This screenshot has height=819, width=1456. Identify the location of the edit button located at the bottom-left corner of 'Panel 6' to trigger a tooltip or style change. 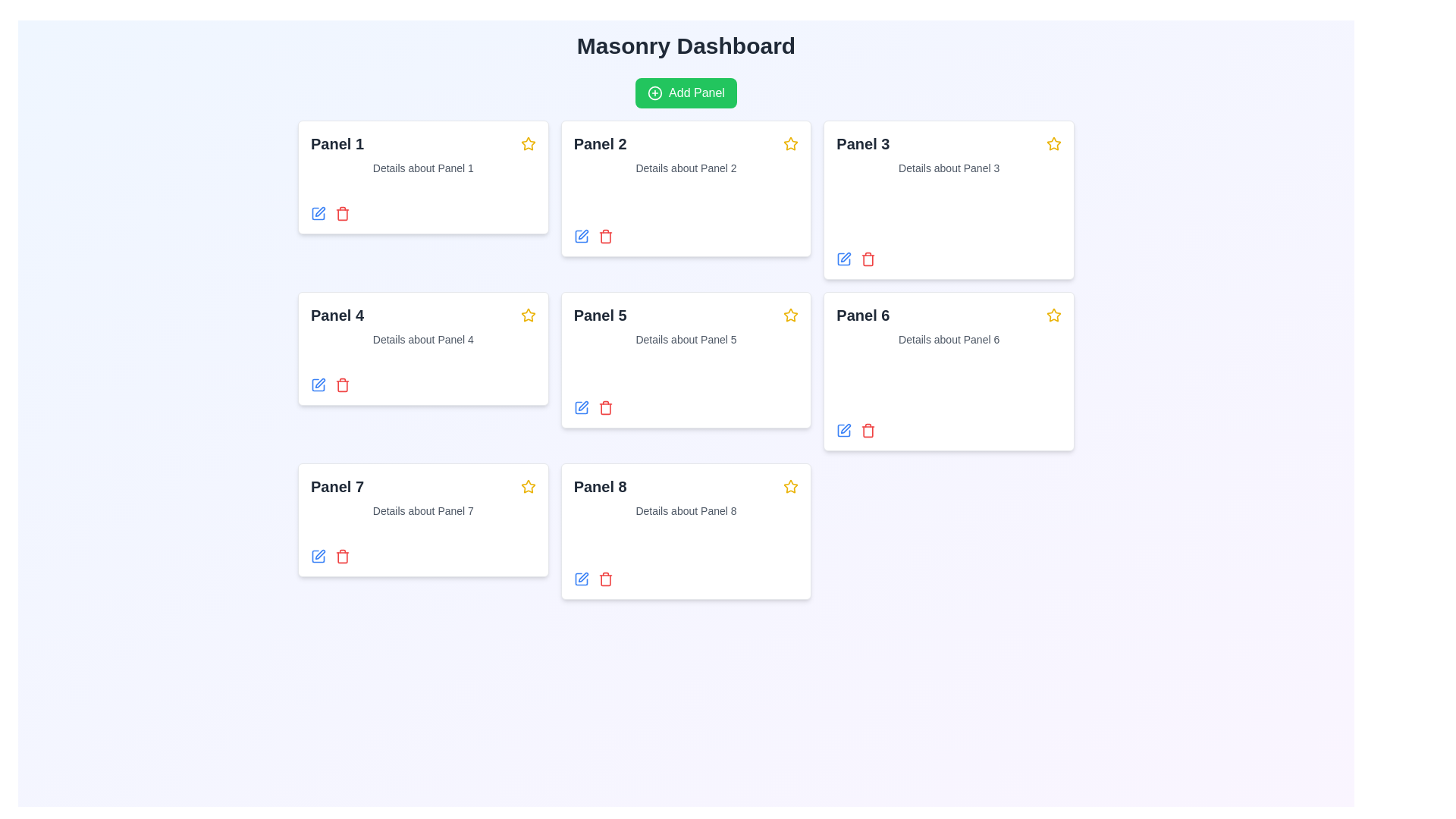
(843, 430).